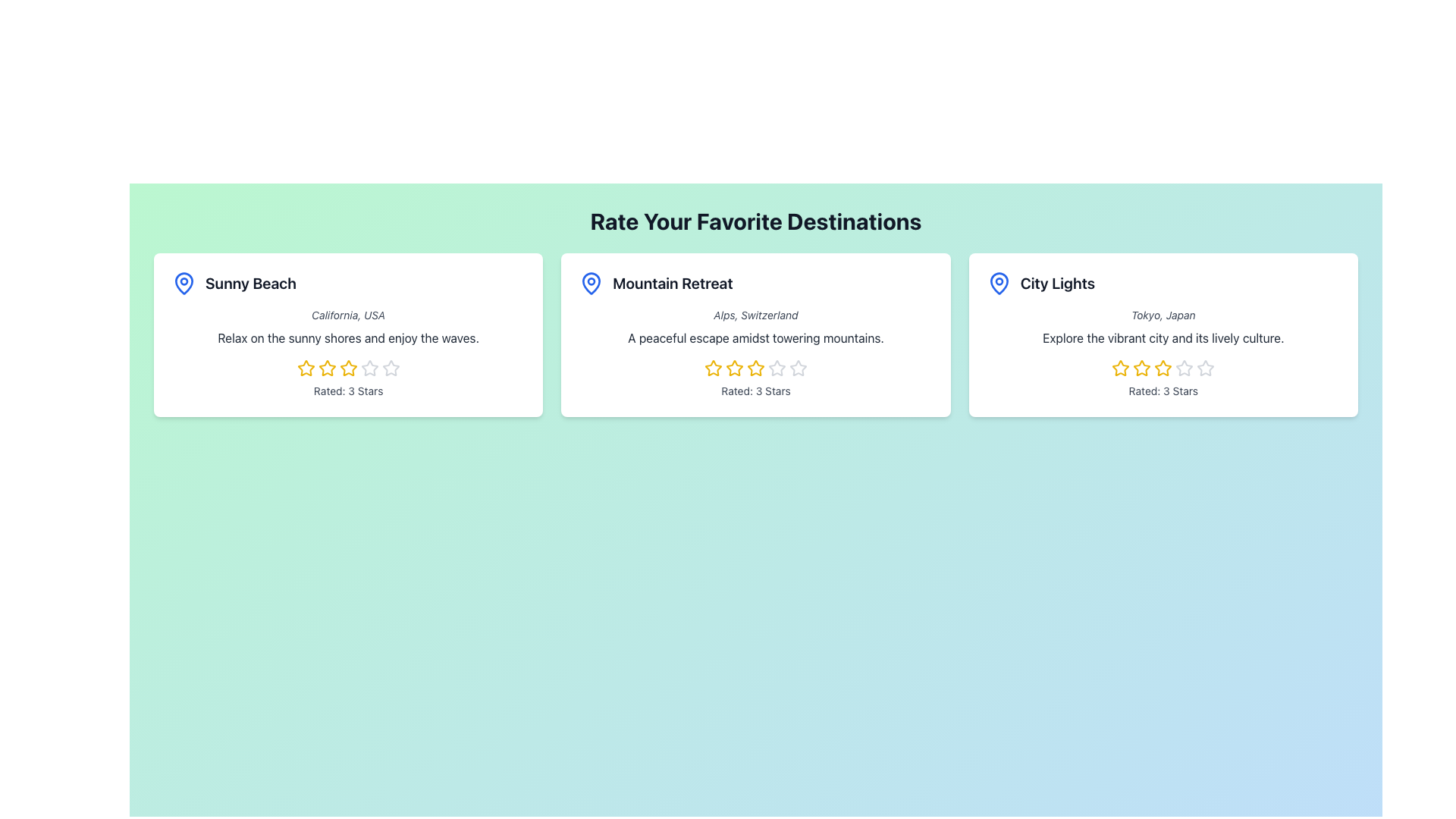 Image resolution: width=1456 pixels, height=819 pixels. Describe the element at coordinates (391, 369) in the screenshot. I see `the fifth star icon used for rating` at that location.